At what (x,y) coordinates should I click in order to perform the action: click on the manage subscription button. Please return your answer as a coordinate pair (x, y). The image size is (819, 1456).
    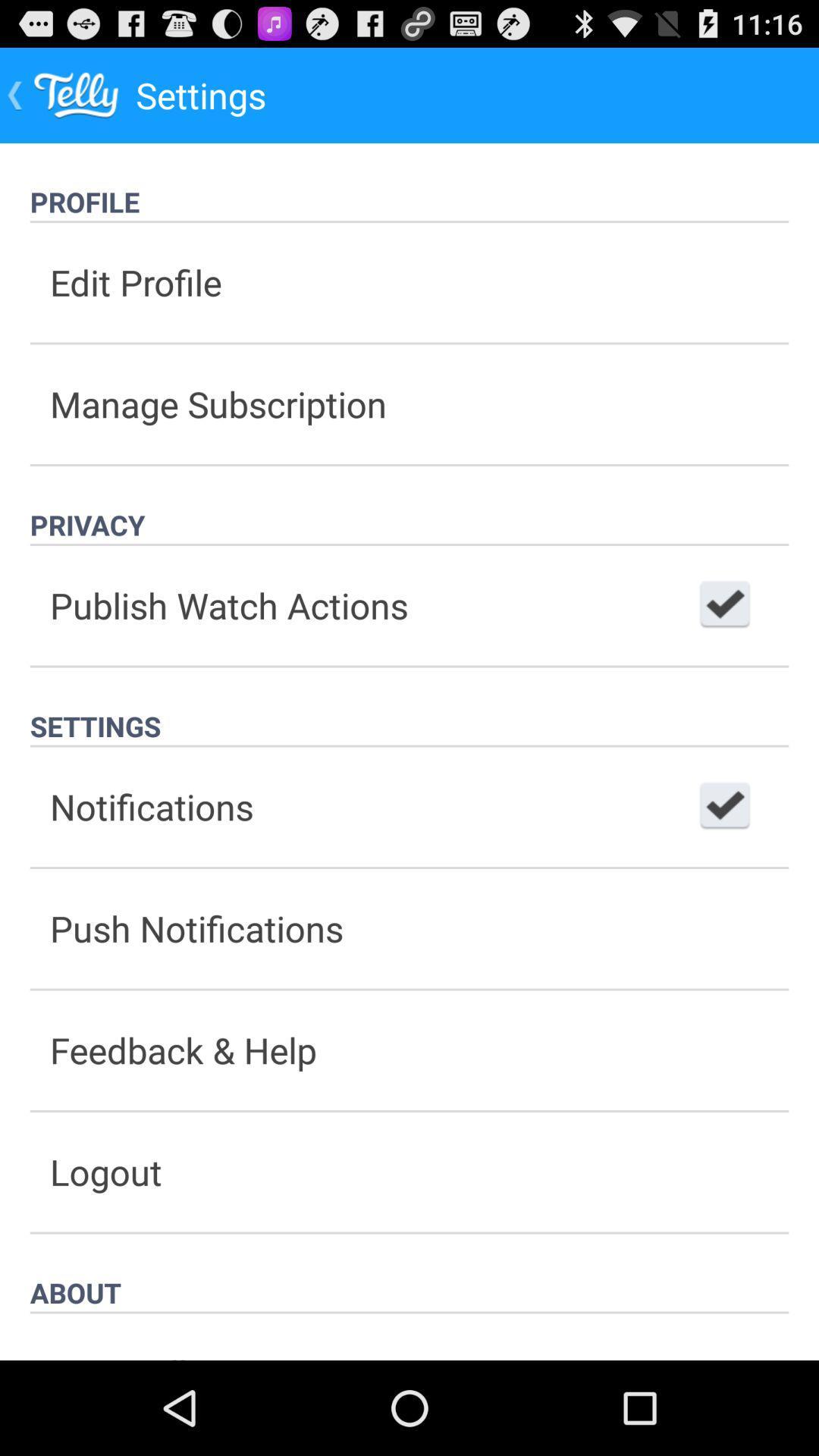
    Looking at the image, I should click on (409, 404).